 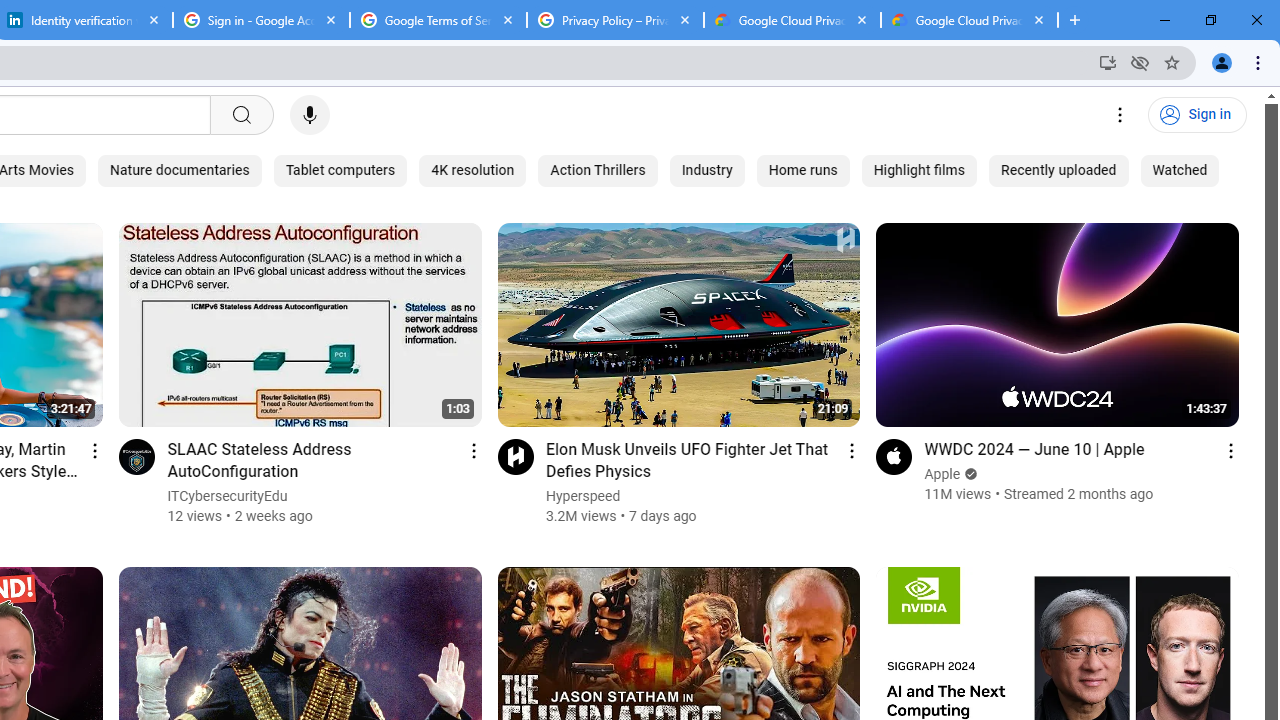 What do you see at coordinates (340, 170) in the screenshot?
I see `'Tablet computers'` at bounding box center [340, 170].